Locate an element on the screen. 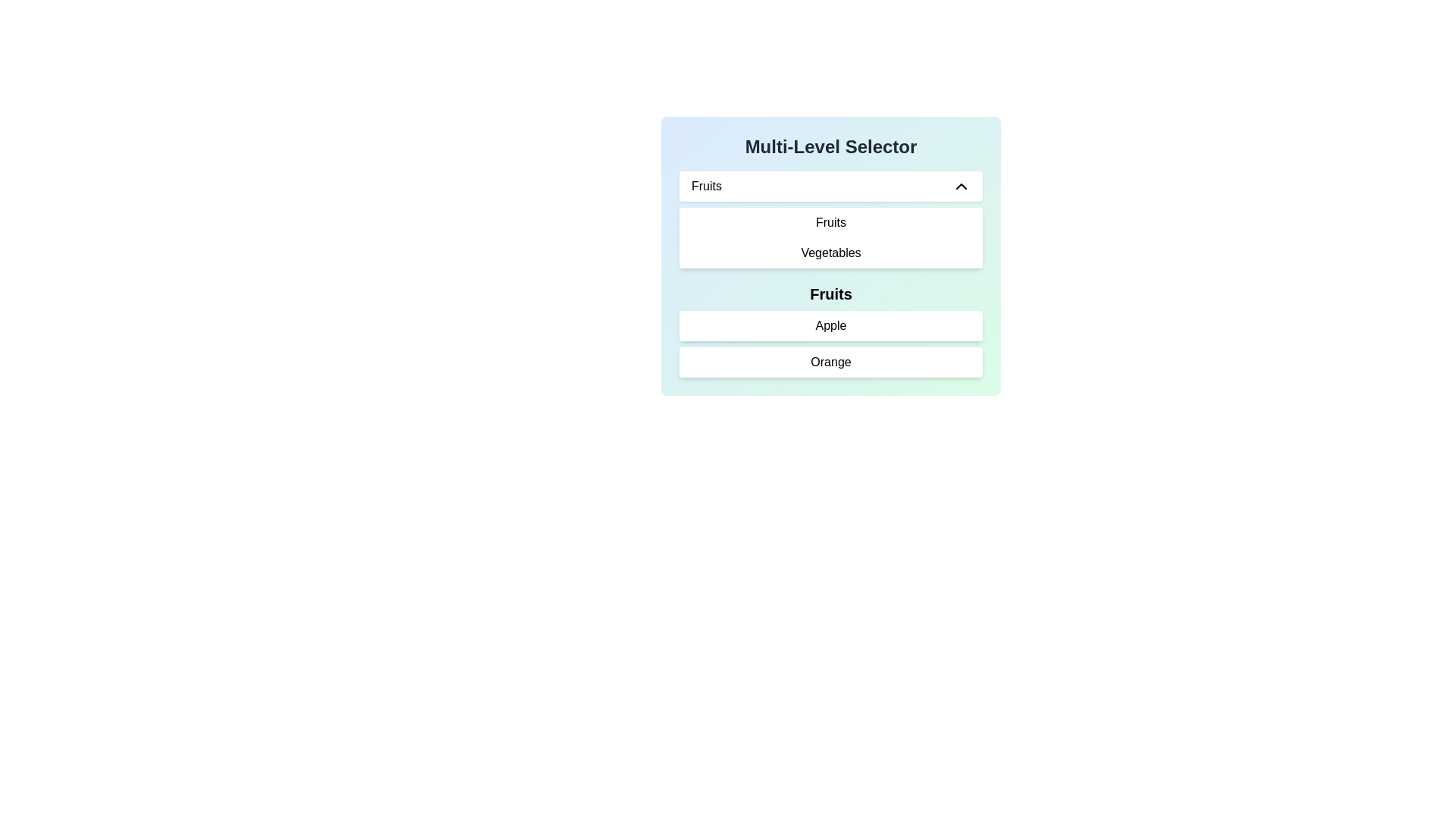 The width and height of the screenshot is (1456, 819). to select the 'Apple' option from the dropdown menu under the 'Fruits' section, which is the first selectable item styled with a white background and rounded corners is located at coordinates (830, 325).